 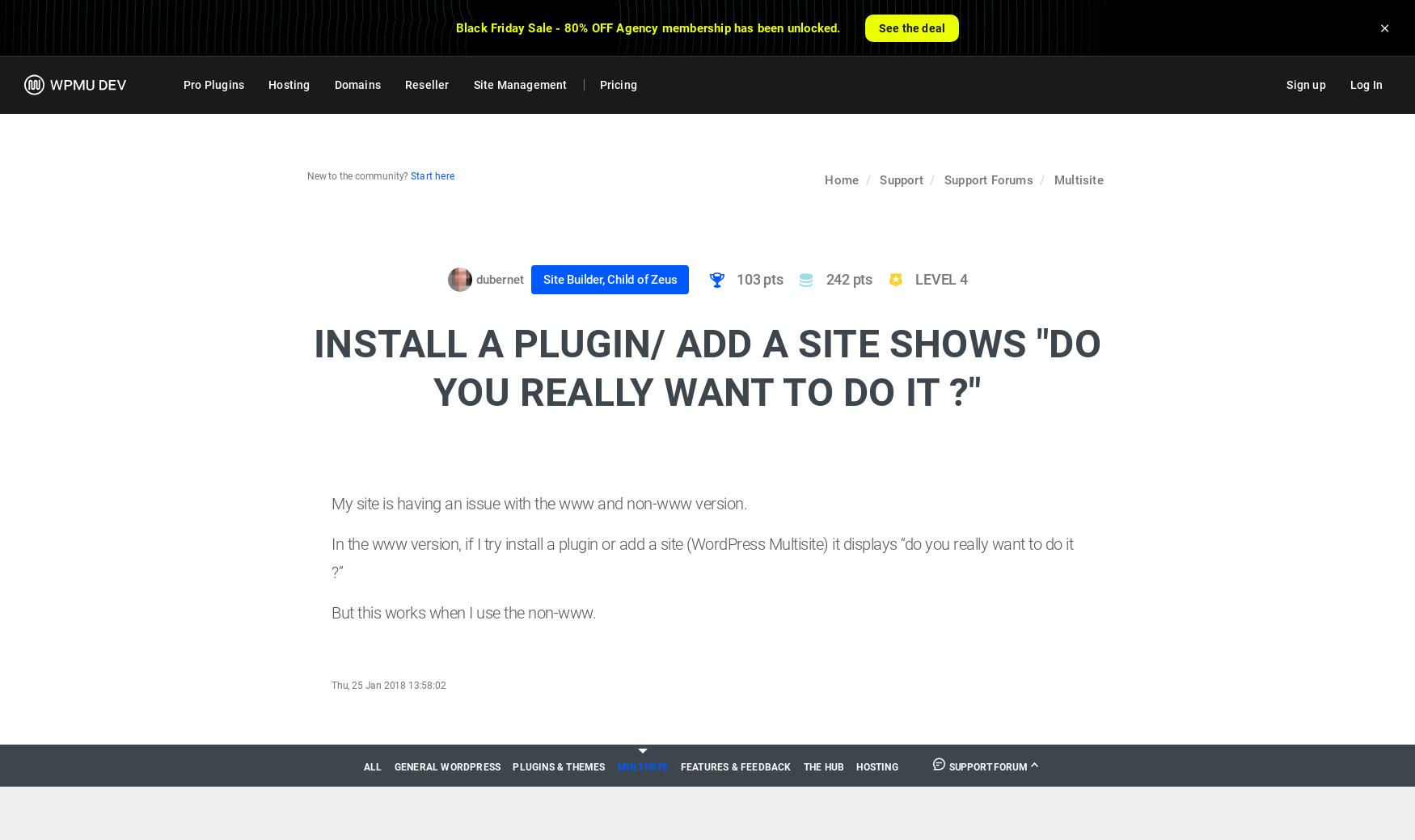 What do you see at coordinates (518, 84) in the screenshot?
I see `'Site Management'` at bounding box center [518, 84].